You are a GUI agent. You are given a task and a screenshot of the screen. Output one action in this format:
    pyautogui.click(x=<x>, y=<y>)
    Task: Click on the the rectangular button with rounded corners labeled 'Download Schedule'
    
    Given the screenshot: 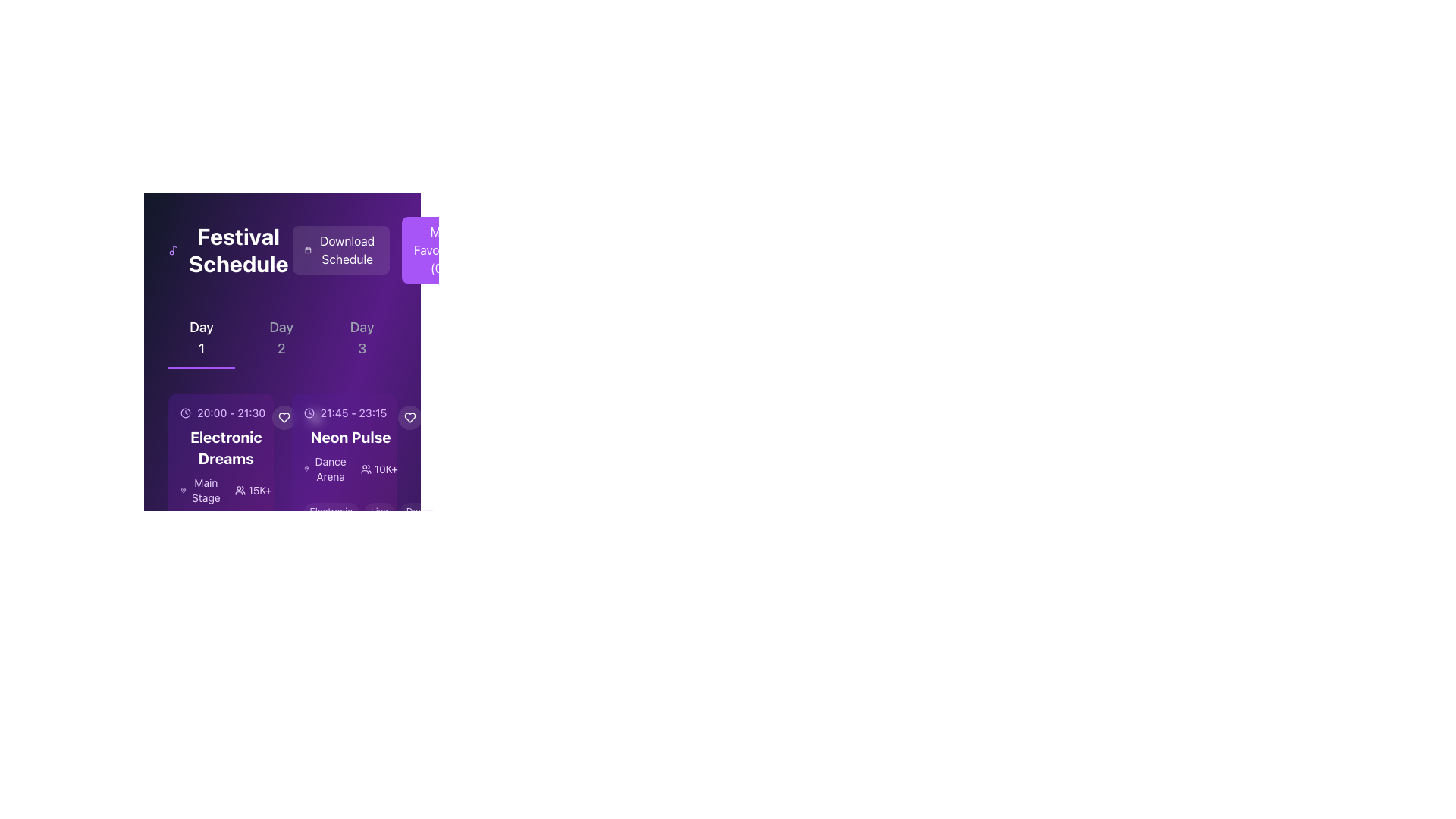 What is the action you would take?
    pyautogui.click(x=384, y=249)
    